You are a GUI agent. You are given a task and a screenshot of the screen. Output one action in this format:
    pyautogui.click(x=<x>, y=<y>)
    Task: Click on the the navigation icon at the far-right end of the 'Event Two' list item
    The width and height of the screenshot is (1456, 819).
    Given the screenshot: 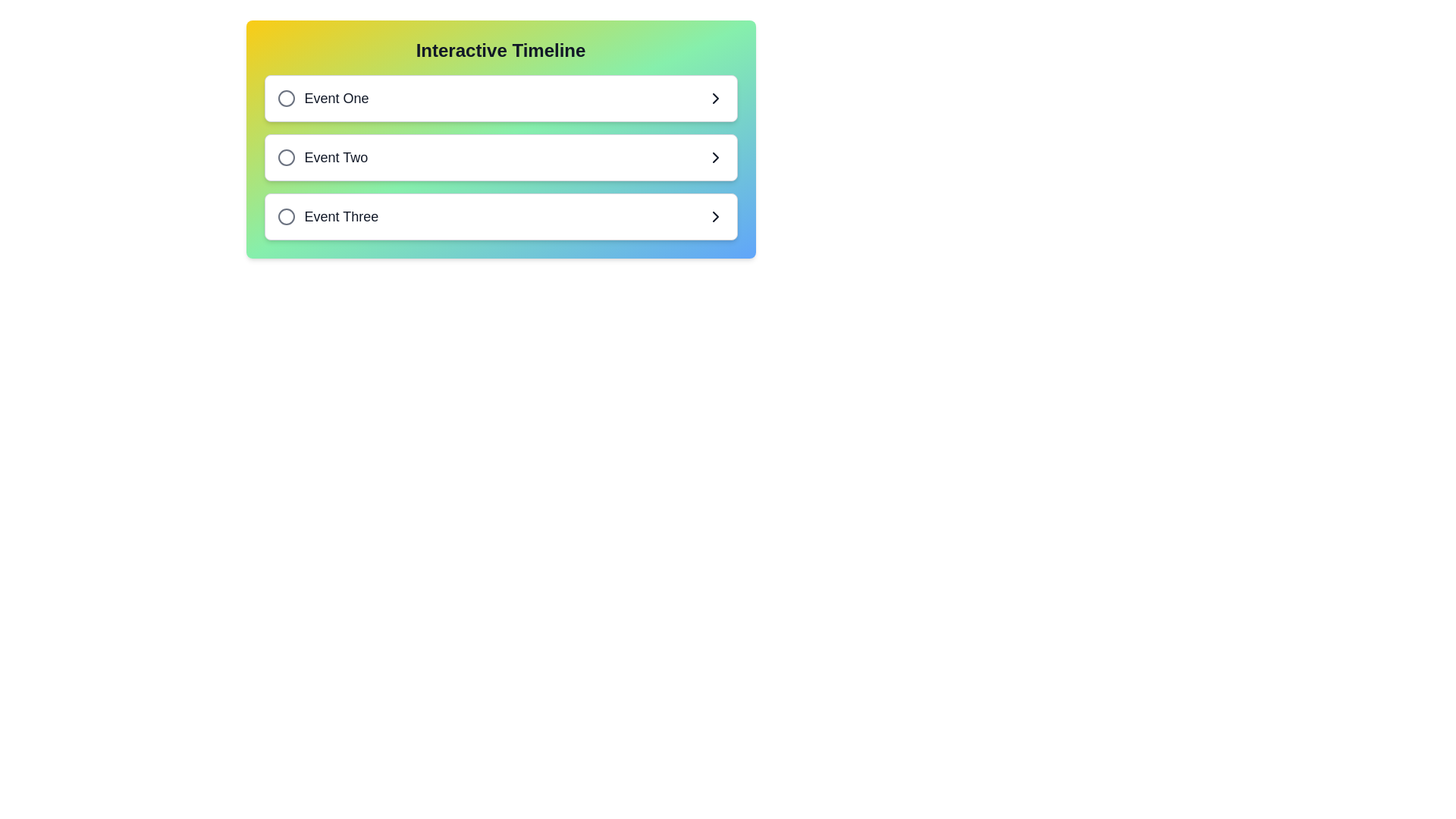 What is the action you would take?
    pyautogui.click(x=714, y=158)
    